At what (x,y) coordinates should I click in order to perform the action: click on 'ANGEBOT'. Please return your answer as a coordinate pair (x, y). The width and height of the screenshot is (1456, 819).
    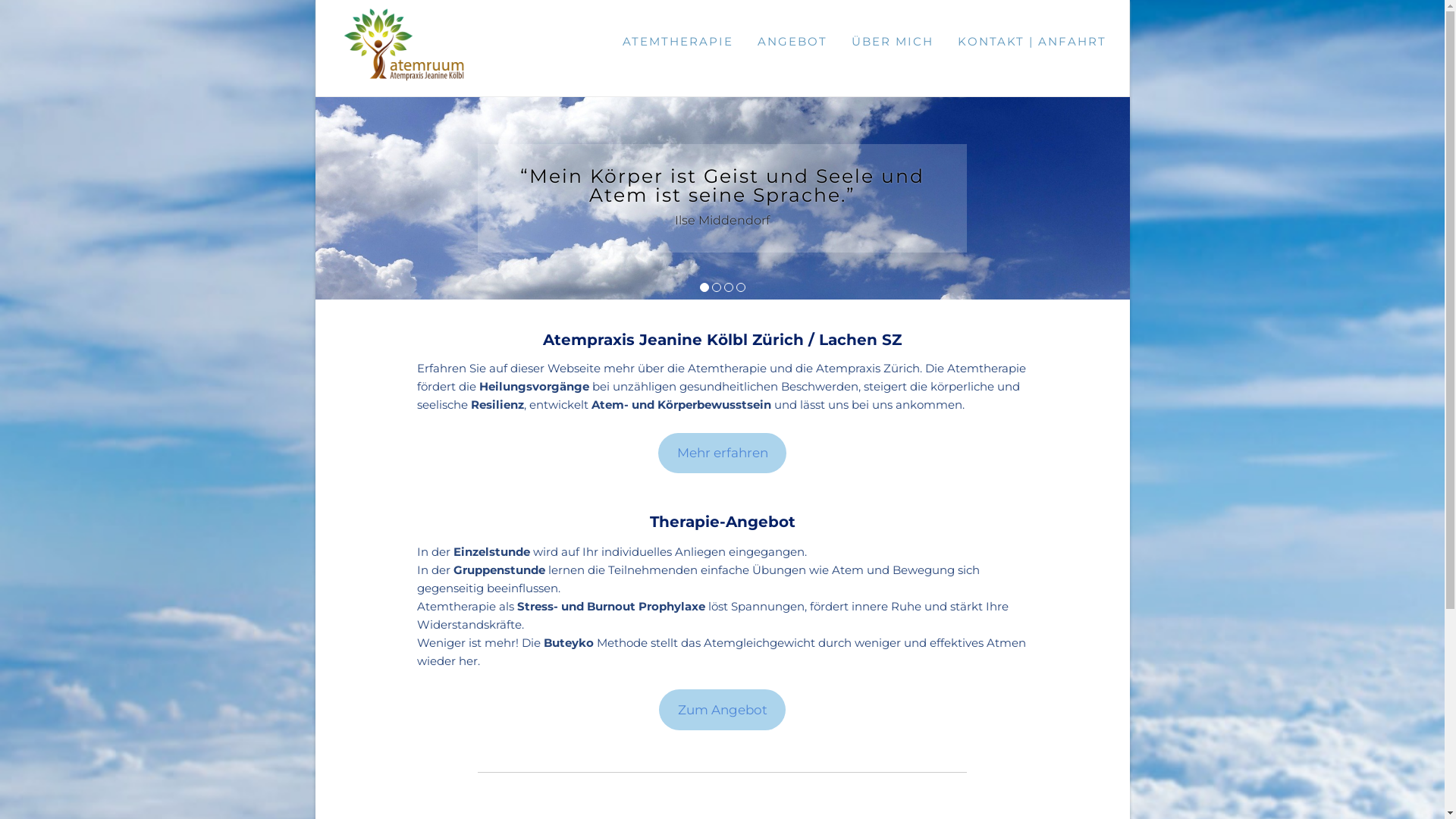
    Looking at the image, I should click on (790, 42).